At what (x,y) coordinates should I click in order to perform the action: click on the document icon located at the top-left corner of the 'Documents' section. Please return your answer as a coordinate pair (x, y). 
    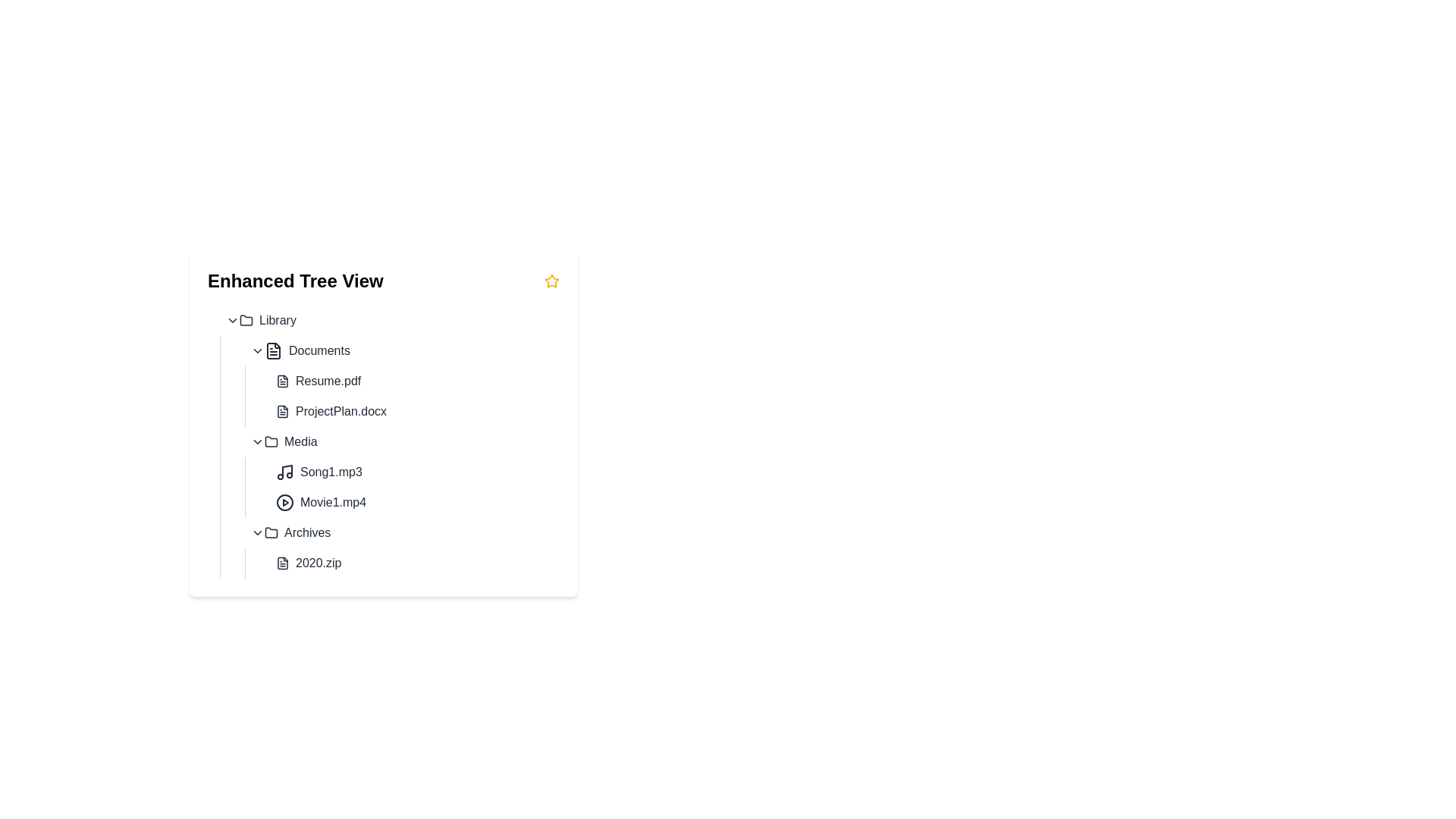
    Looking at the image, I should click on (273, 350).